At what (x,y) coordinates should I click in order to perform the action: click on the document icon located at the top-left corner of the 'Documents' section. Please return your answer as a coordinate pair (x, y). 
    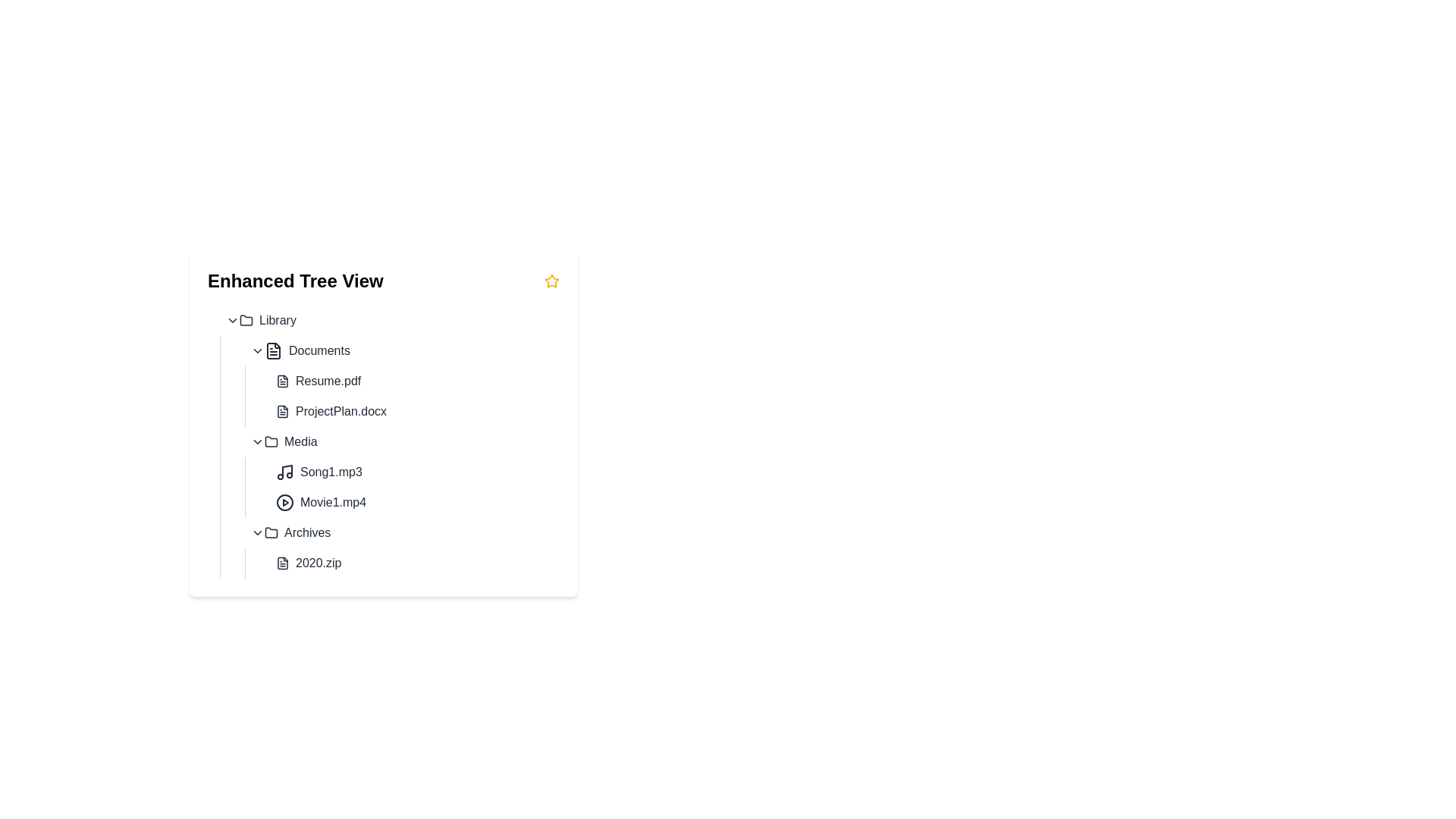
    Looking at the image, I should click on (273, 350).